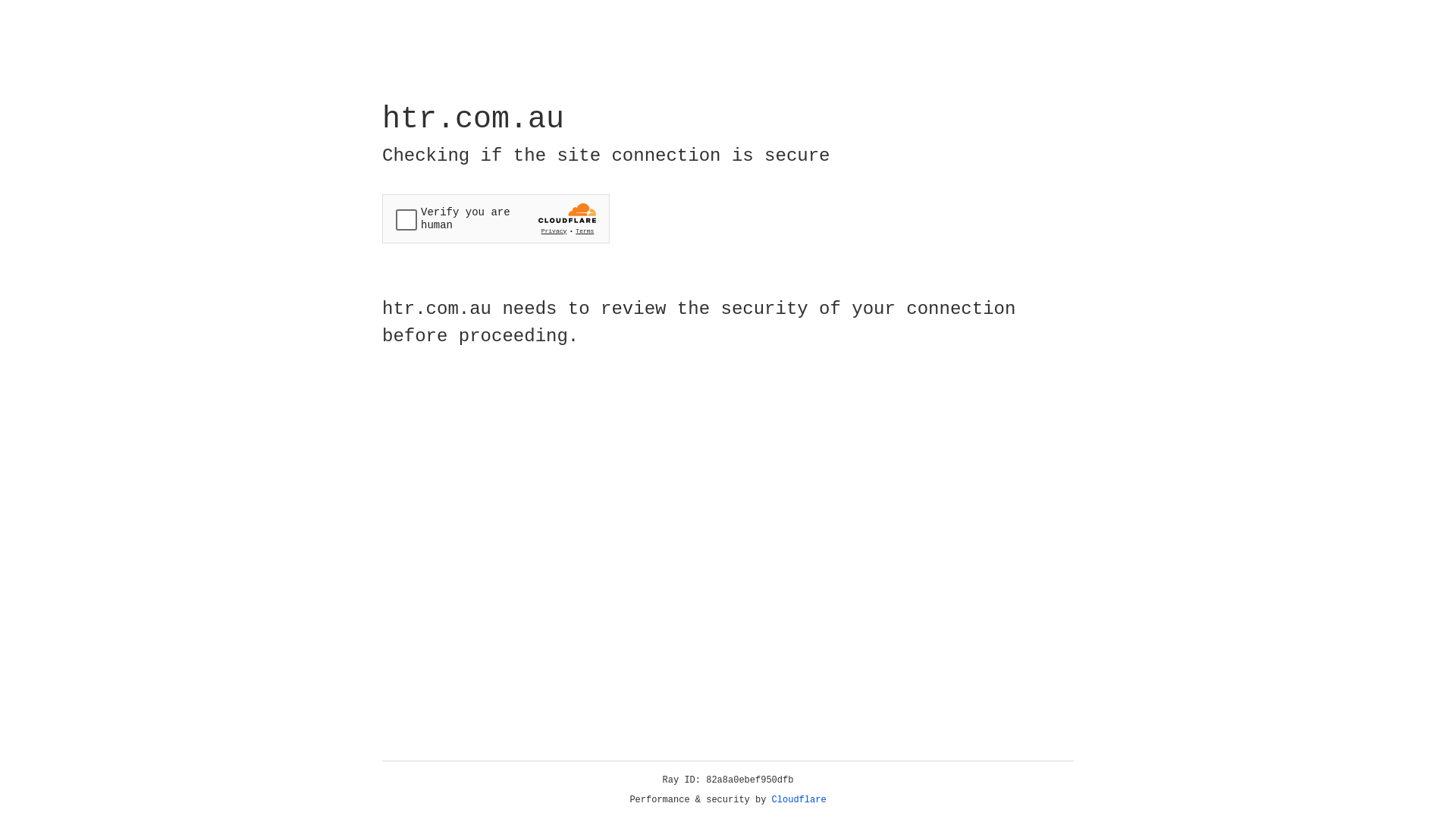  Describe the element at coordinates (495, 218) in the screenshot. I see `'Widget containing a Cloudflare security challenge'` at that location.